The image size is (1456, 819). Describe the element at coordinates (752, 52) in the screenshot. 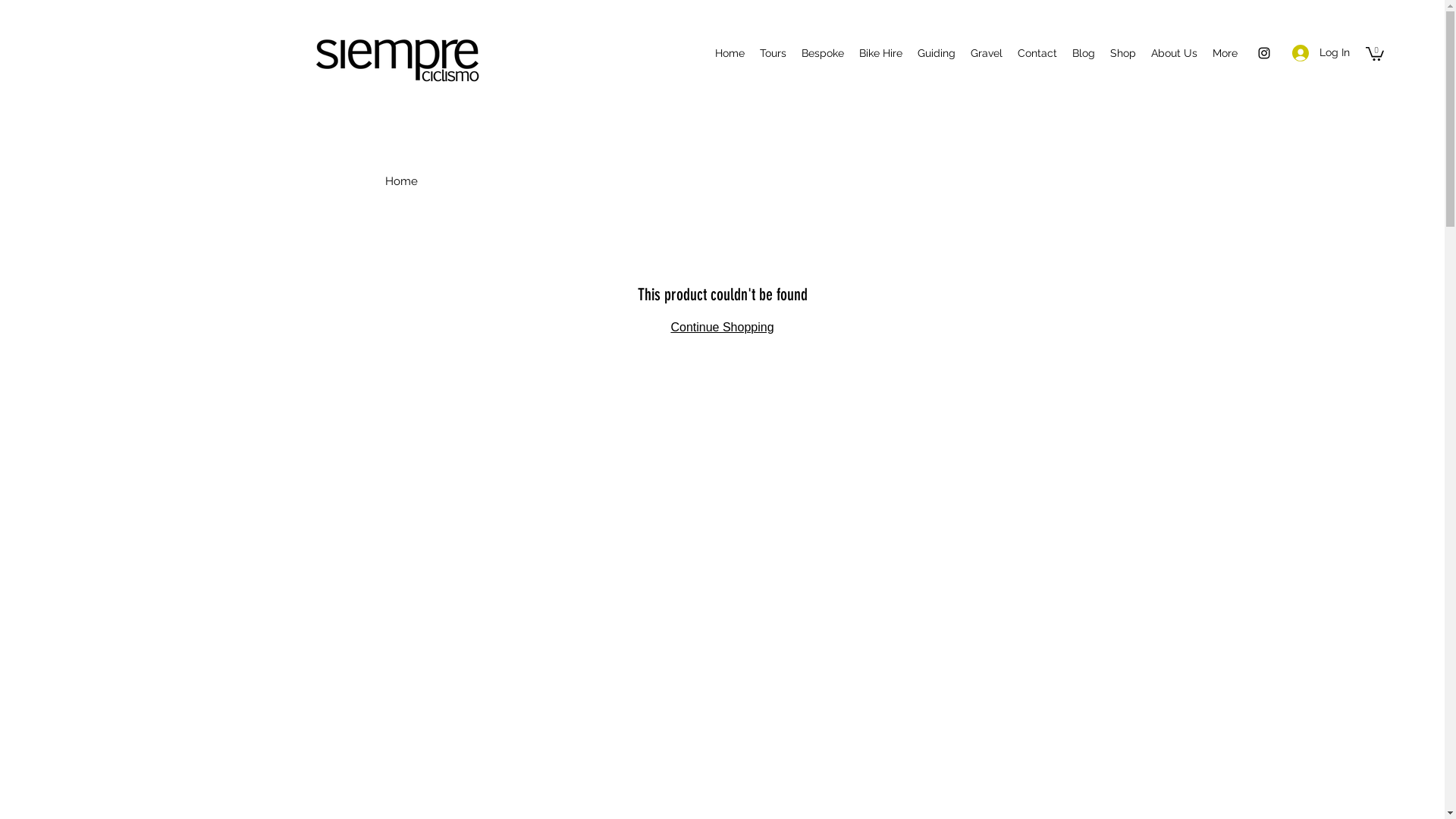

I see `'Tours'` at that location.